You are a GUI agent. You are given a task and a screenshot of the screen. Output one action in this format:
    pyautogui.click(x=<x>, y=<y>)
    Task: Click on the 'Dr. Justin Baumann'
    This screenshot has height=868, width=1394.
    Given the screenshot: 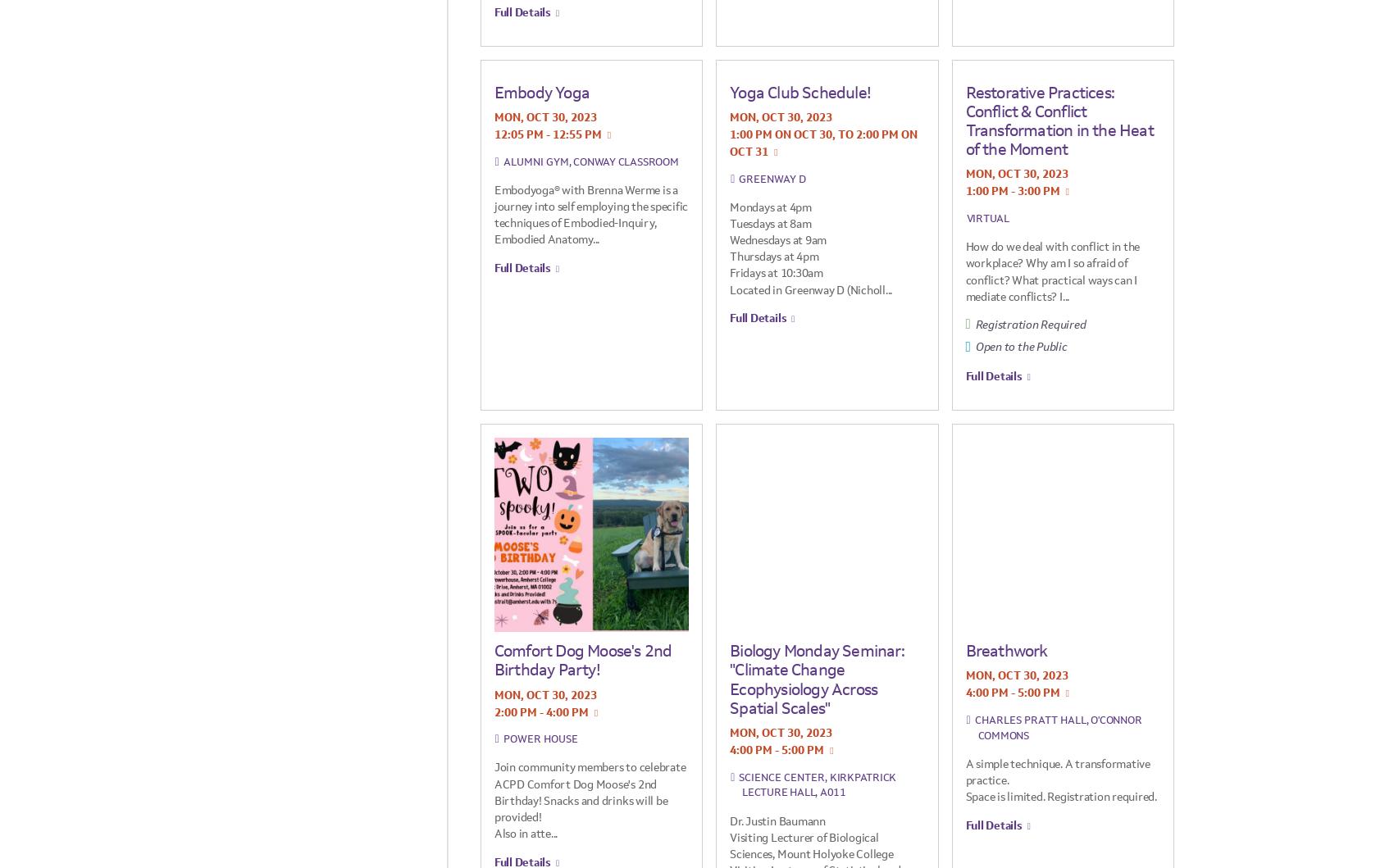 What is the action you would take?
    pyautogui.click(x=777, y=819)
    